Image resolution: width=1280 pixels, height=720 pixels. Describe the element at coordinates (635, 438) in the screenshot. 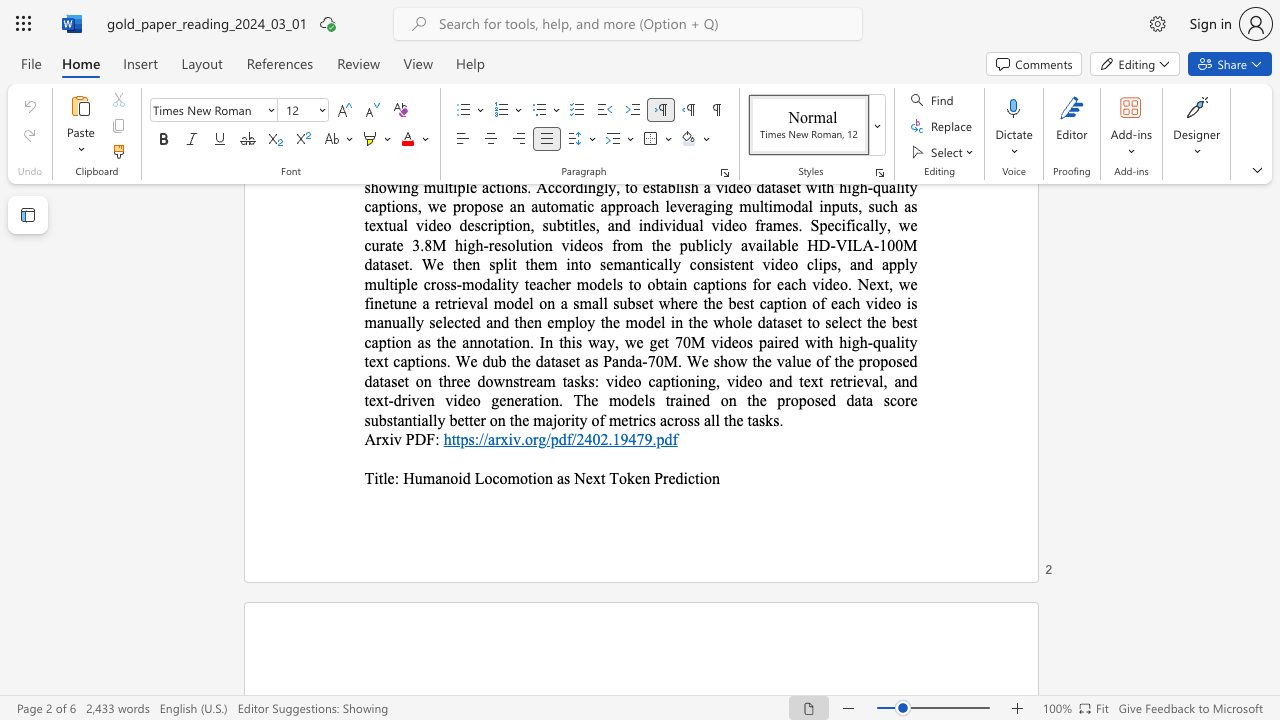

I see `the subset text "79." within the text "https://arxiv.org/pdf/2402.19479.pdf"` at that location.